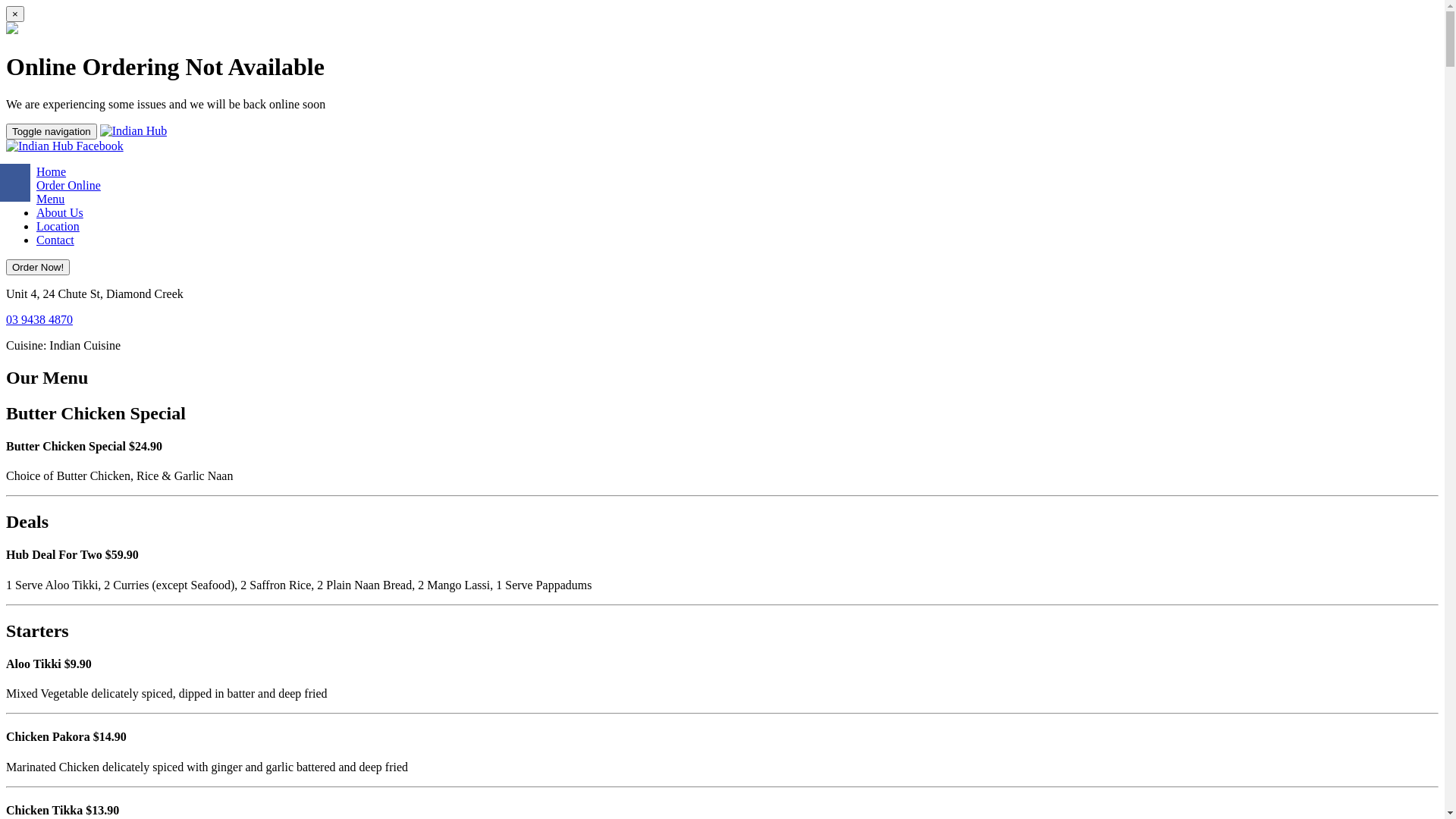 Image resolution: width=1456 pixels, height=819 pixels. I want to click on 'Order Online', so click(67, 184).